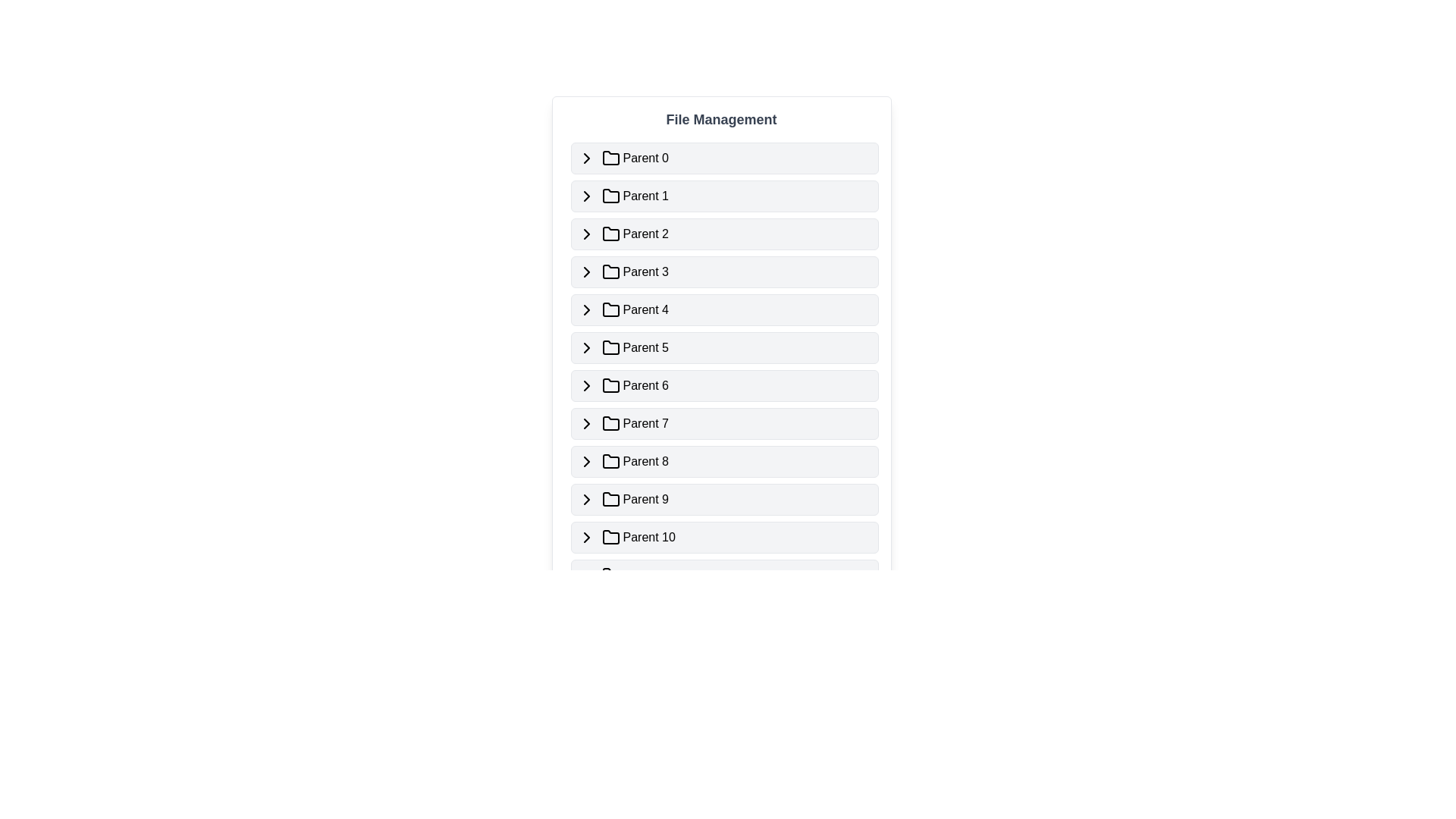 This screenshot has width=1456, height=819. Describe the element at coordinates (723, 158) in the screenshot. I see `the first folder item in the 'File Management' list` at that location.